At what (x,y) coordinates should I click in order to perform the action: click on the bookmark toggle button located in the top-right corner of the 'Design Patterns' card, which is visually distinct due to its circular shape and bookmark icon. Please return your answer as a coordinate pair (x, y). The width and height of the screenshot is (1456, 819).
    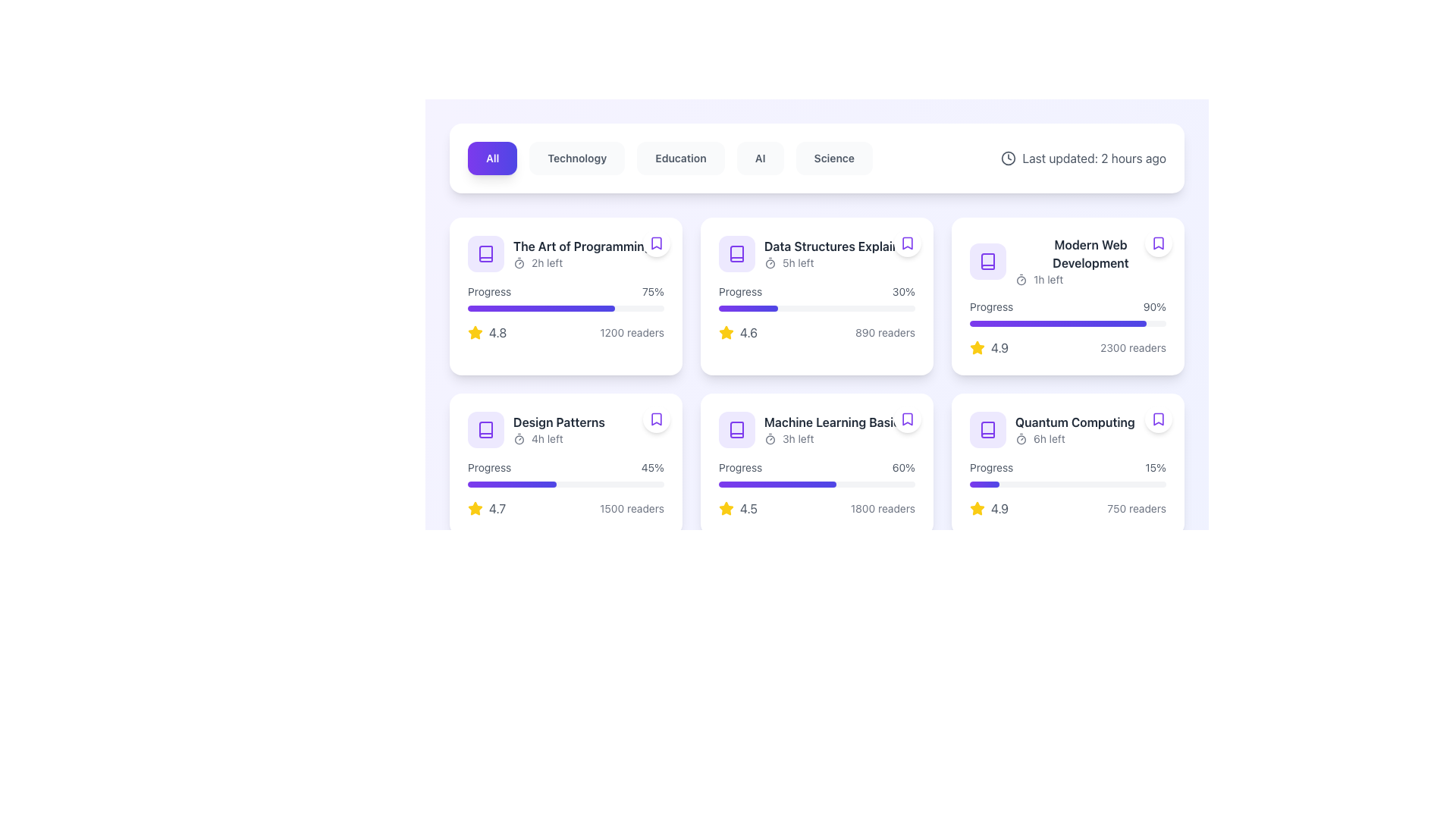
    Looking at the image, I should click on (656, 419).